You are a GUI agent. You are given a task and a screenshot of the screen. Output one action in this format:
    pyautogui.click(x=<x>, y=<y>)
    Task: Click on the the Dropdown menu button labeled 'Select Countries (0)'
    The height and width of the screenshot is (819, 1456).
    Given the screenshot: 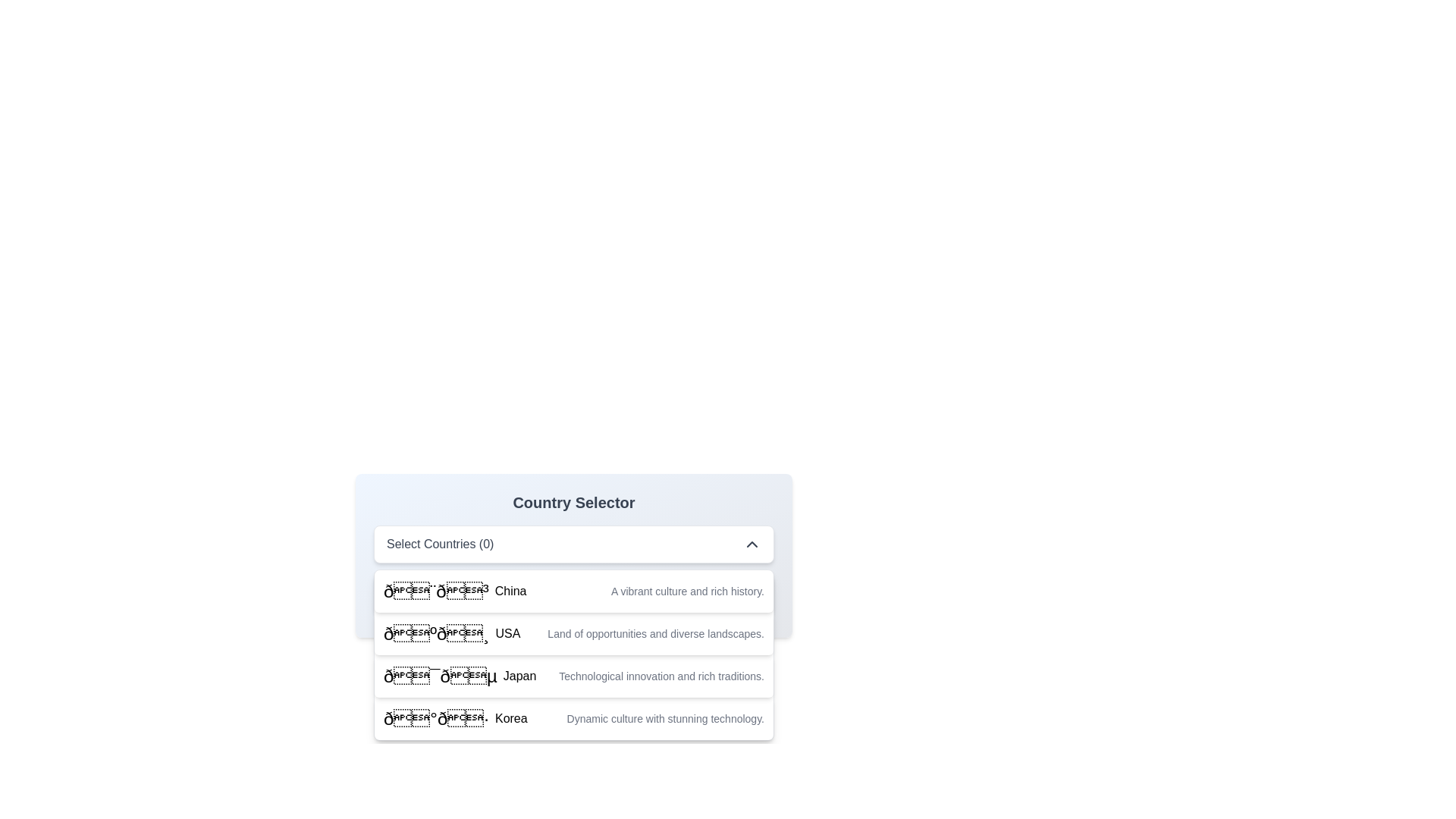 What is the action you would take?
    pyautogui.click(x=573, y=543)
    